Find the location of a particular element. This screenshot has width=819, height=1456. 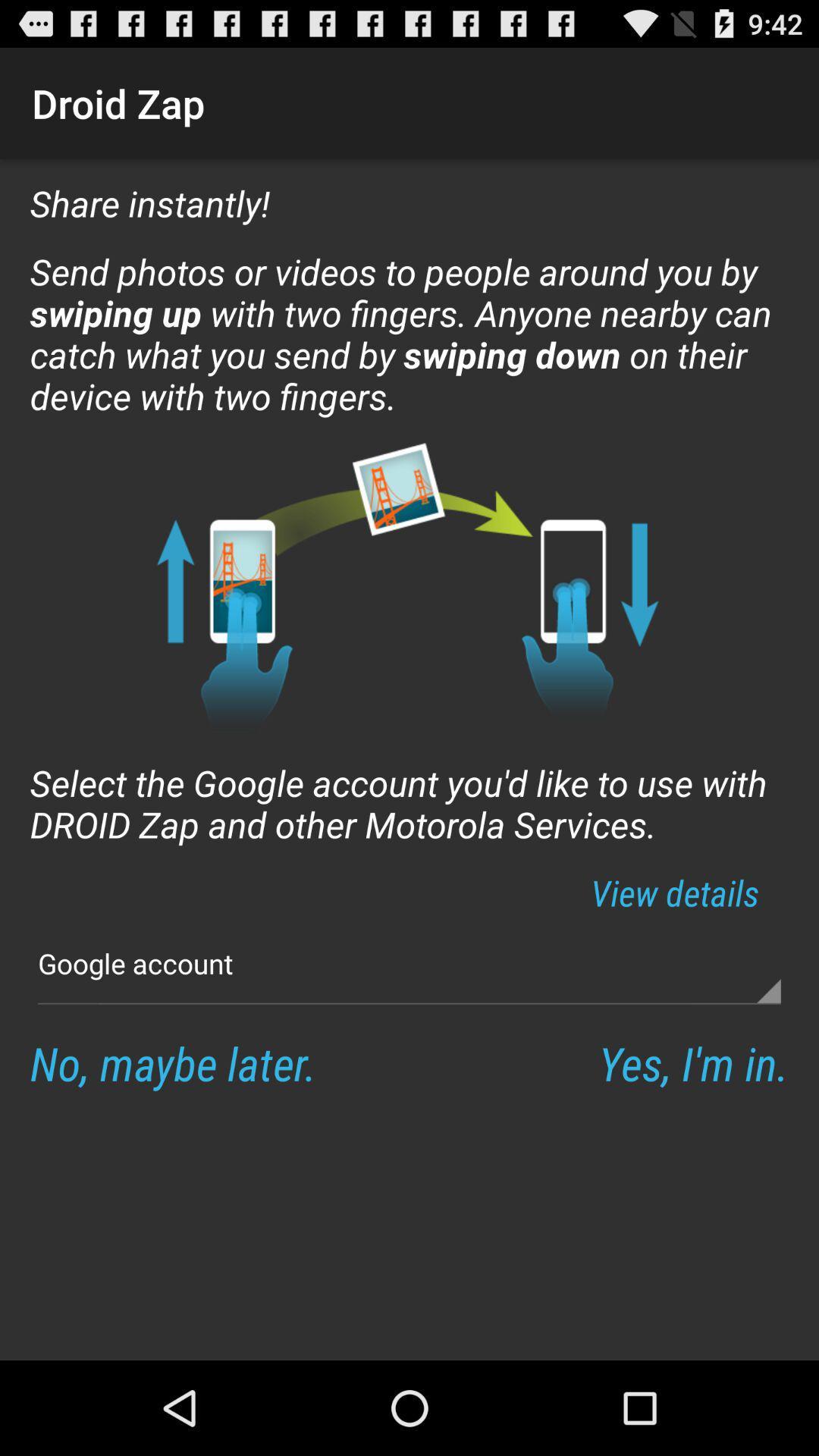

the item below google account button is located at coordinates (693, 1062).